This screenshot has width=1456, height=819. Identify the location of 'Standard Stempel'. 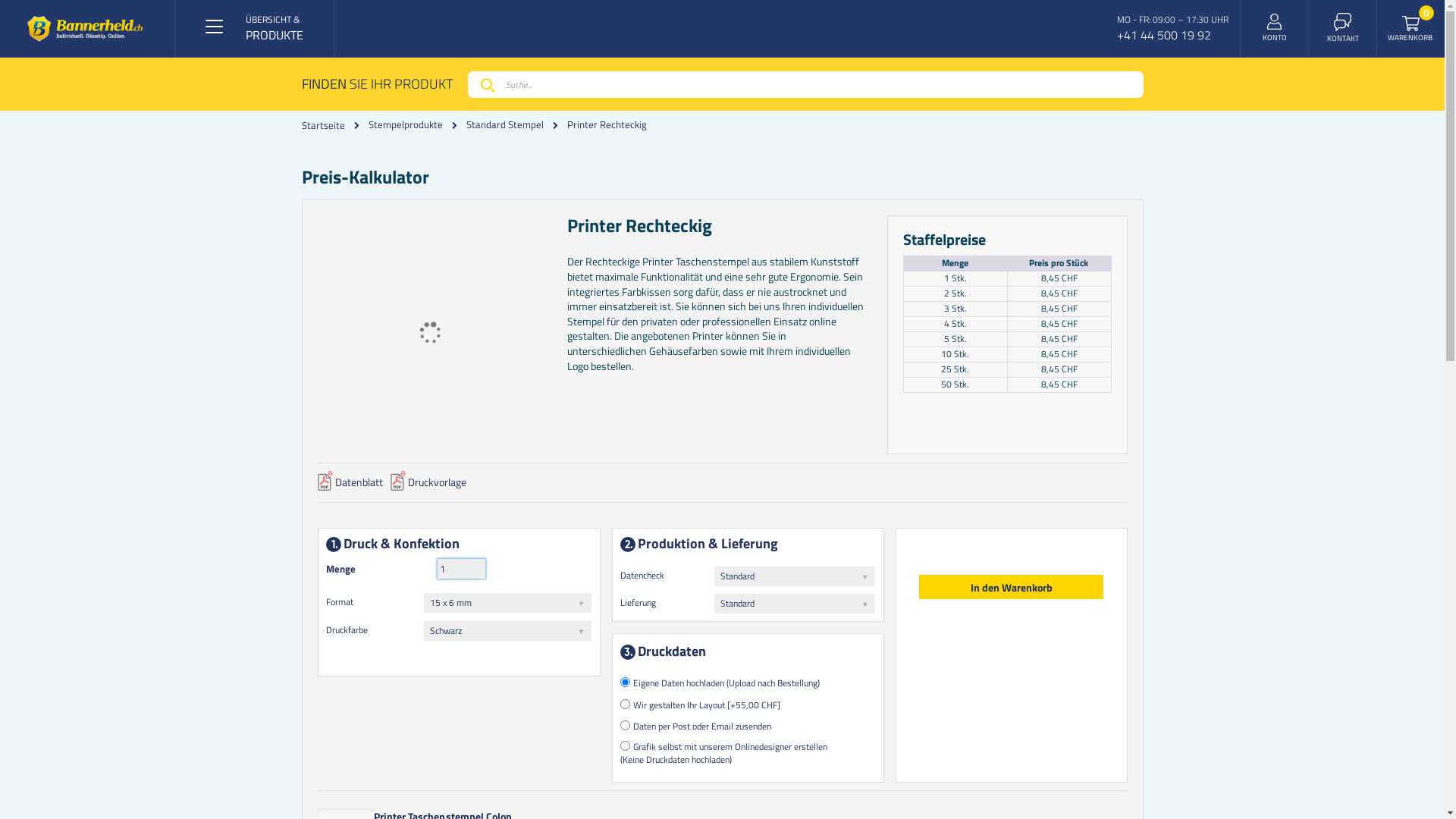
(504, 124).